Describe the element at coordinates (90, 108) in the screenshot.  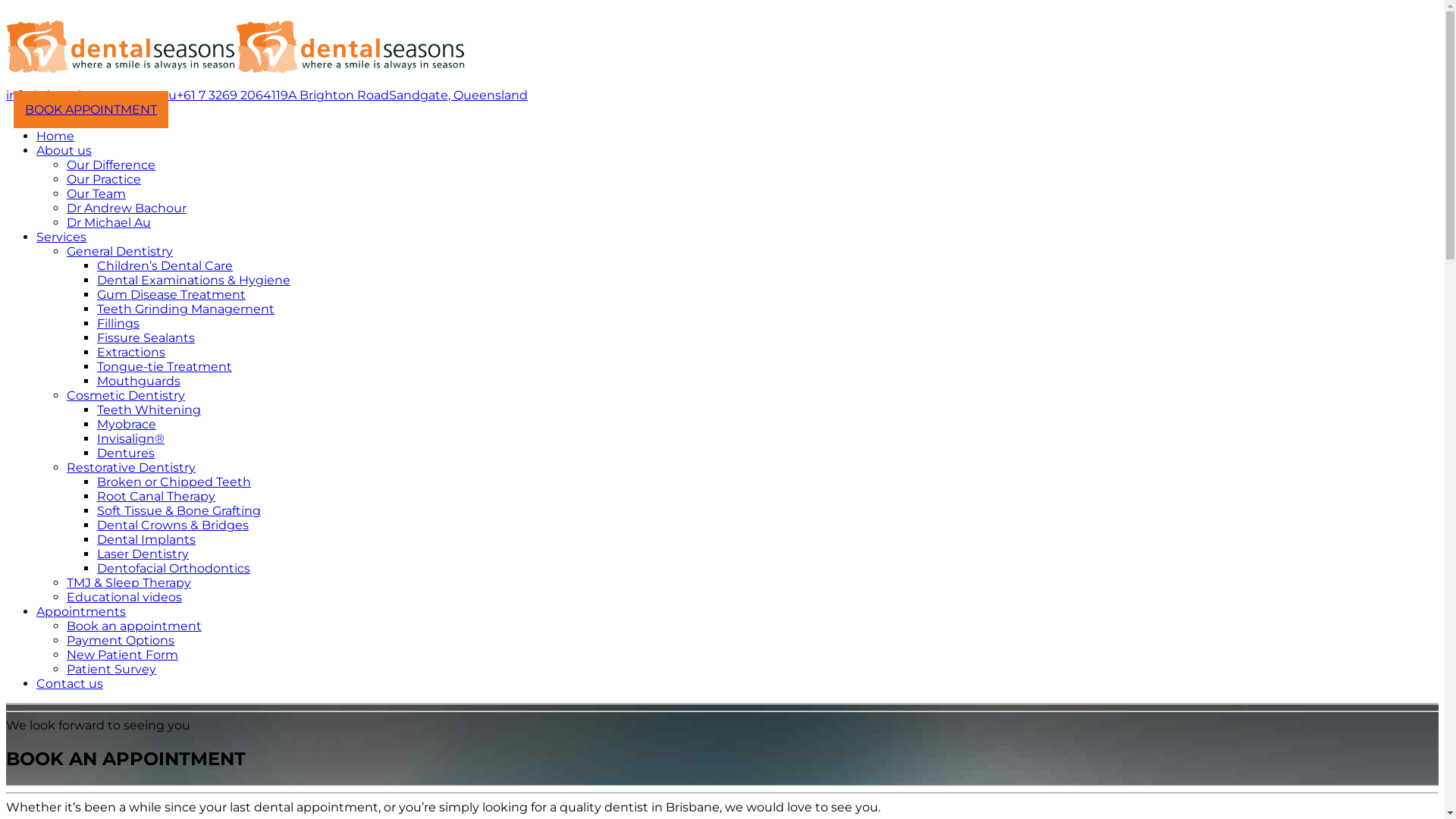
I see `'BOOK APPOINTMENT'` at that location.